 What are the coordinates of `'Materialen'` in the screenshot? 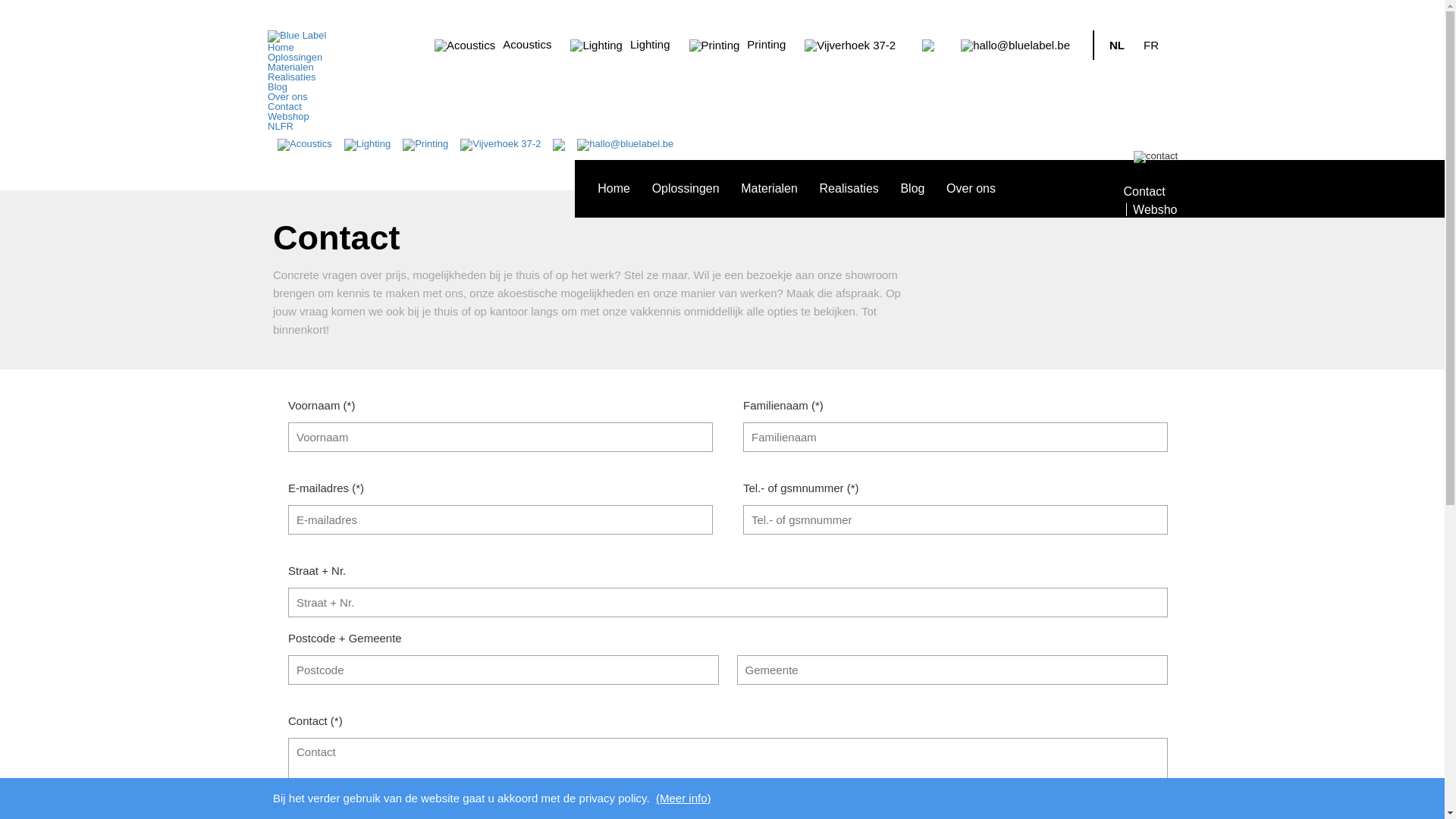 It's located at (769, 187).